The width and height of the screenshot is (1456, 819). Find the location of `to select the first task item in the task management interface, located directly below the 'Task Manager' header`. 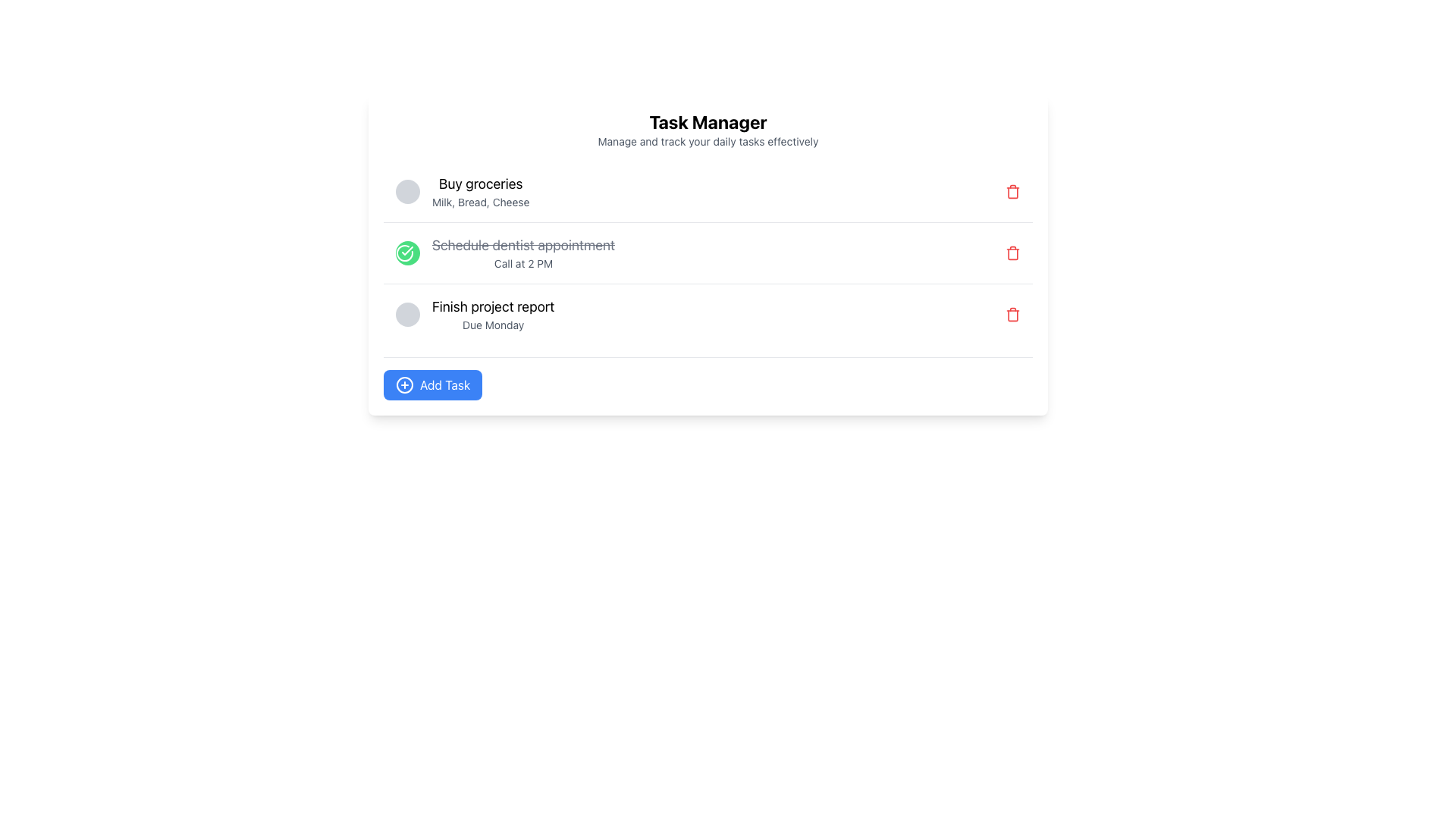

to select the first task item in the task management interface, located directly below the 'Task Manager' header is located at coordinates (462, 191).